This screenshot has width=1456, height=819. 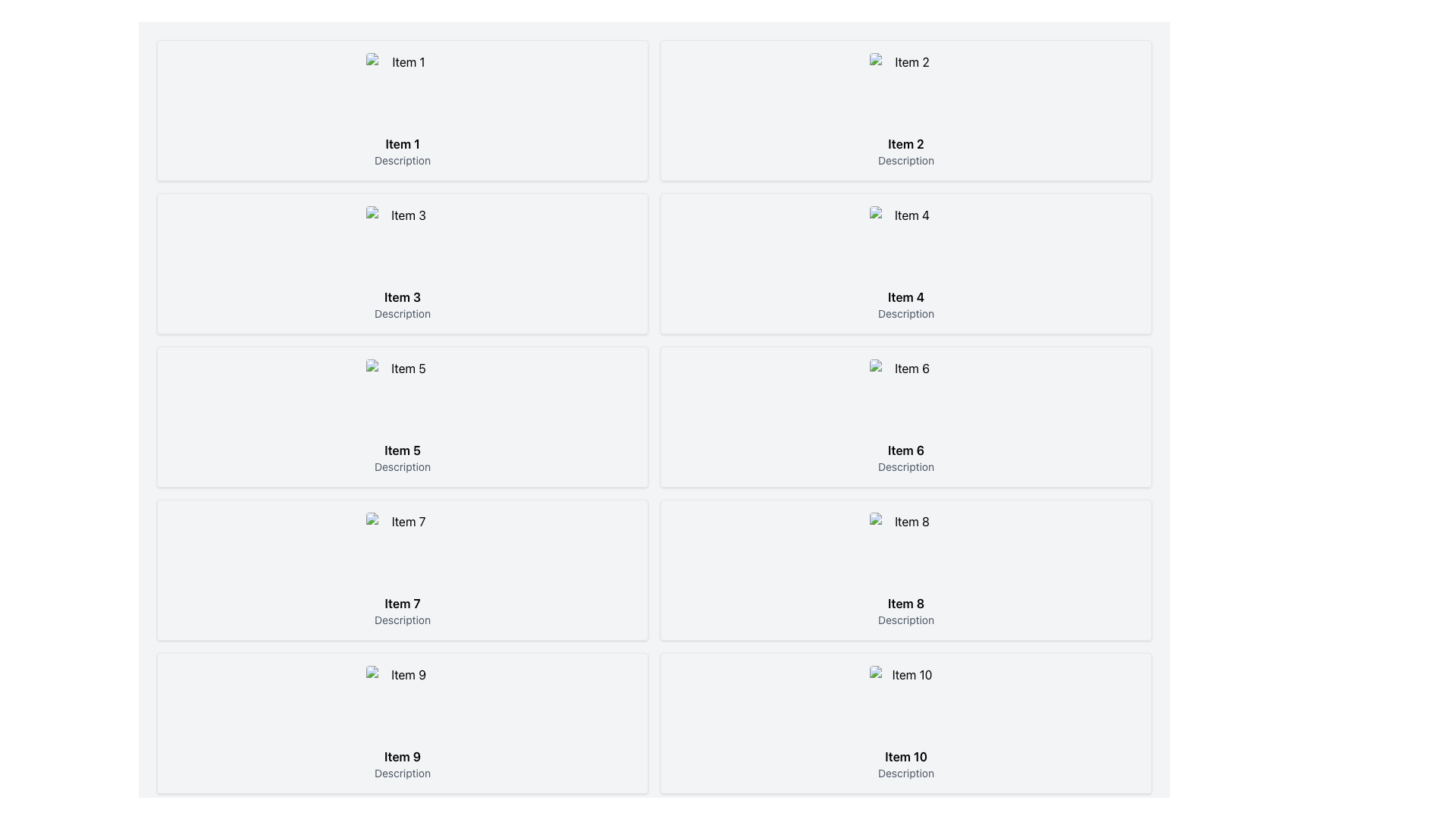 What do you see at coordinates (403, 143) in the screenshot?
I see `the text label that serves as the title or identifier for the content within the first box of a grid layout, positioned below an image and above a description text saying 'Description'` at bounding box center [403, 143].